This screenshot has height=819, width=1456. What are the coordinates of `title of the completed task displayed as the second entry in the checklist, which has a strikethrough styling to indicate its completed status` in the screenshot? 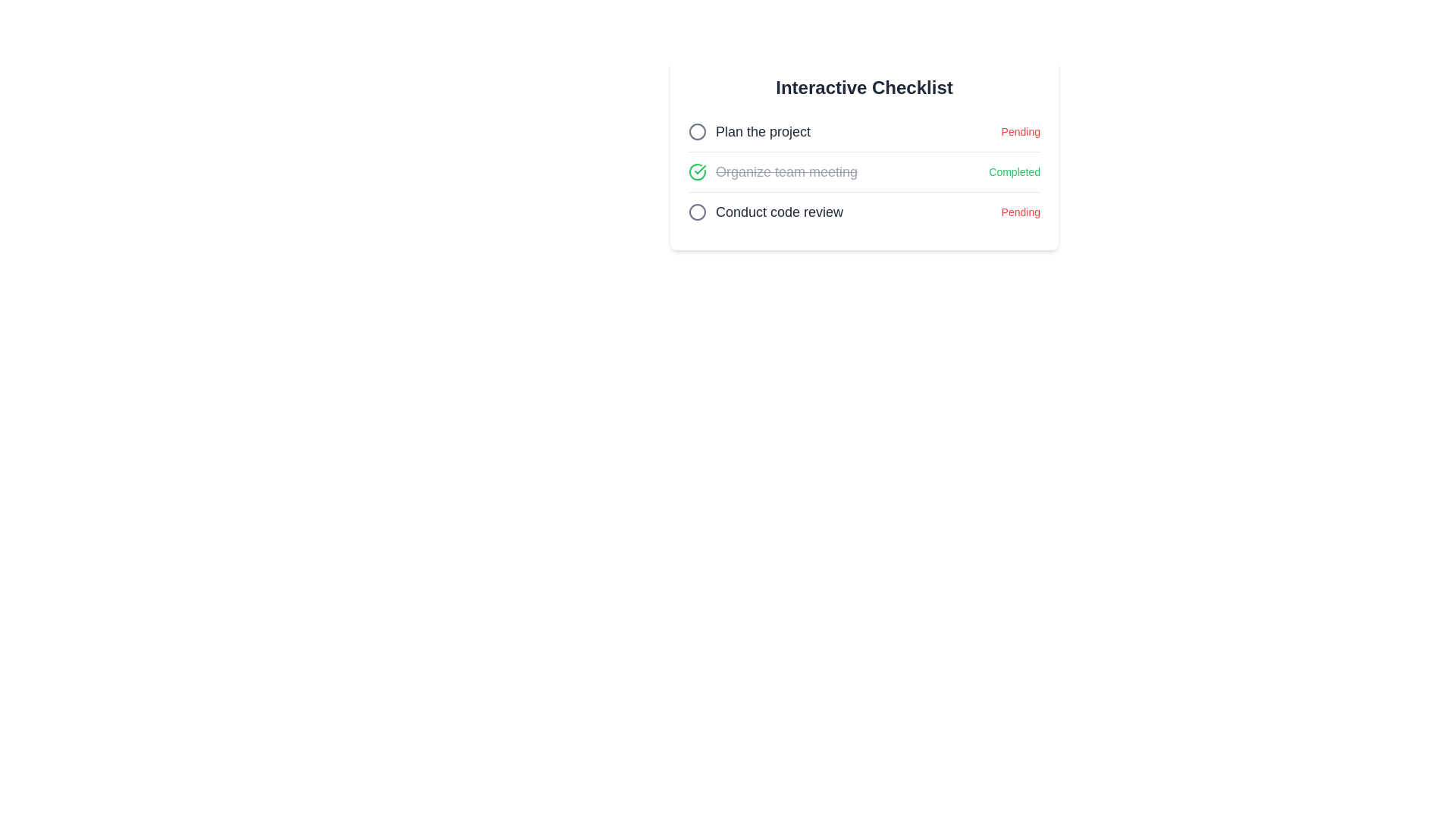 It's located at (786, 171).